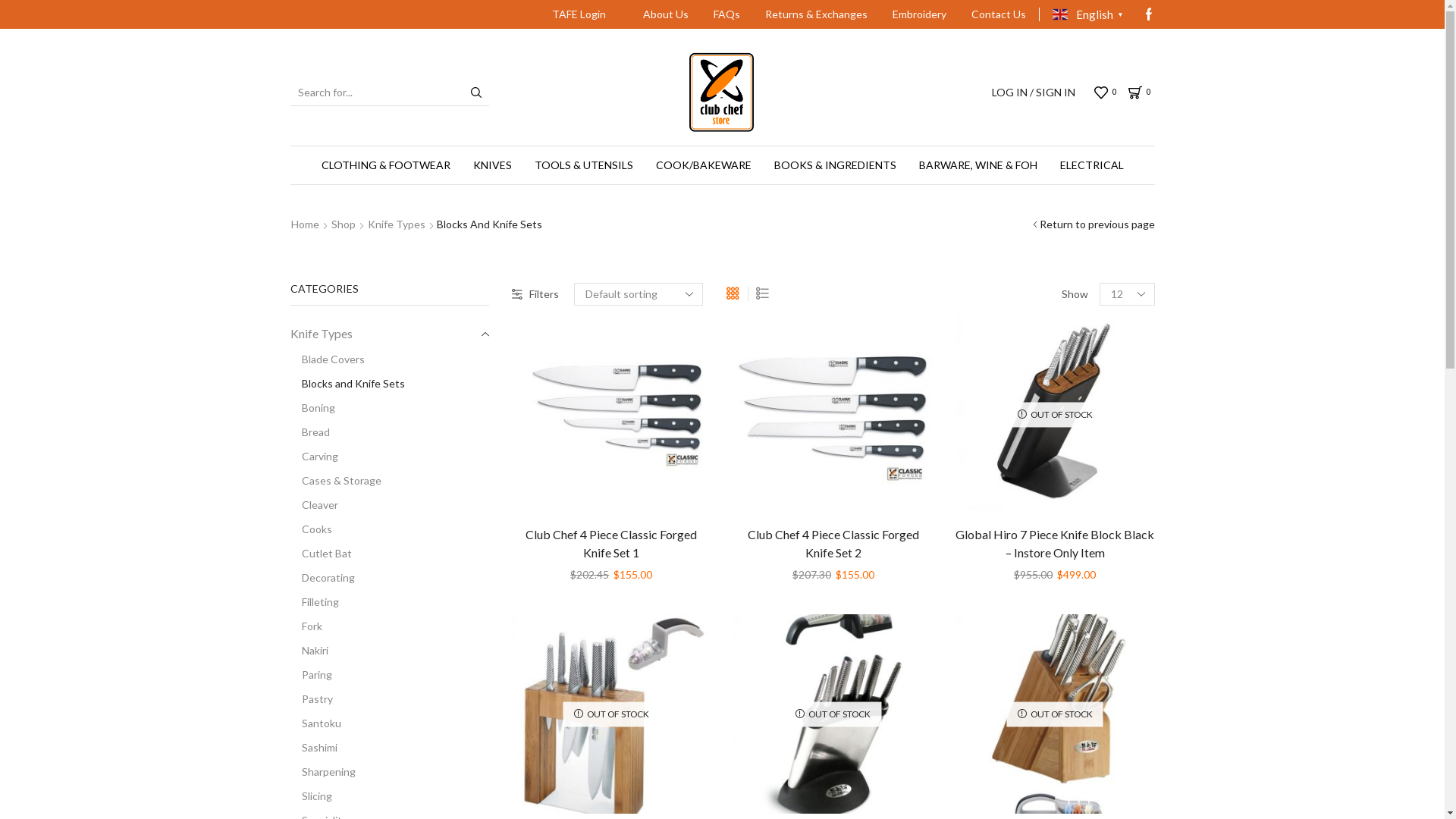 The image size is (1456, 819). Describe the element at coordinates (959, 14) in the screenshot. I see `'Contact Us'` at that location.